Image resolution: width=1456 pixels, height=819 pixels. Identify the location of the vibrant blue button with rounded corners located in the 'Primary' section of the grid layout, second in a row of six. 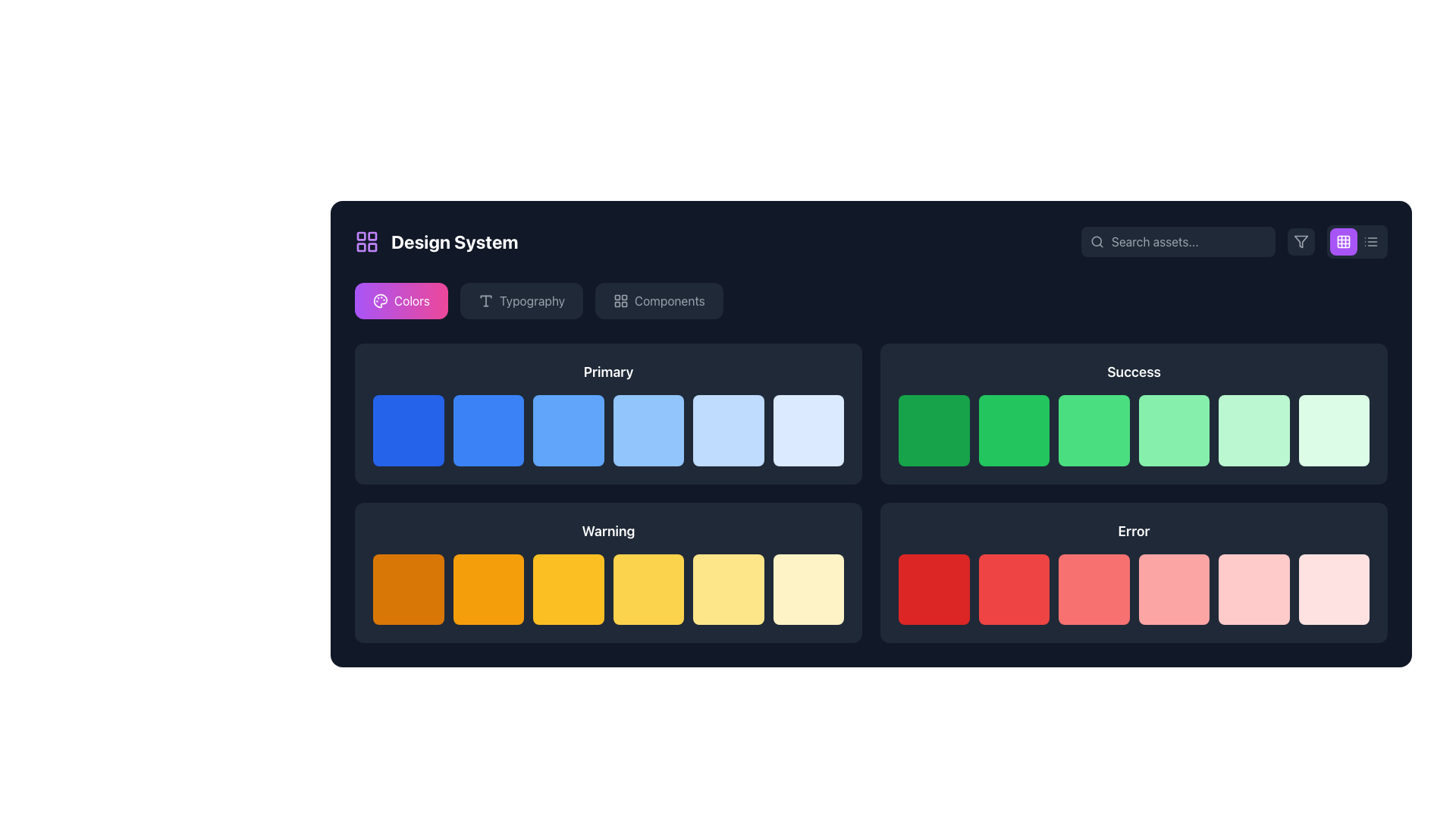
(488, 430).